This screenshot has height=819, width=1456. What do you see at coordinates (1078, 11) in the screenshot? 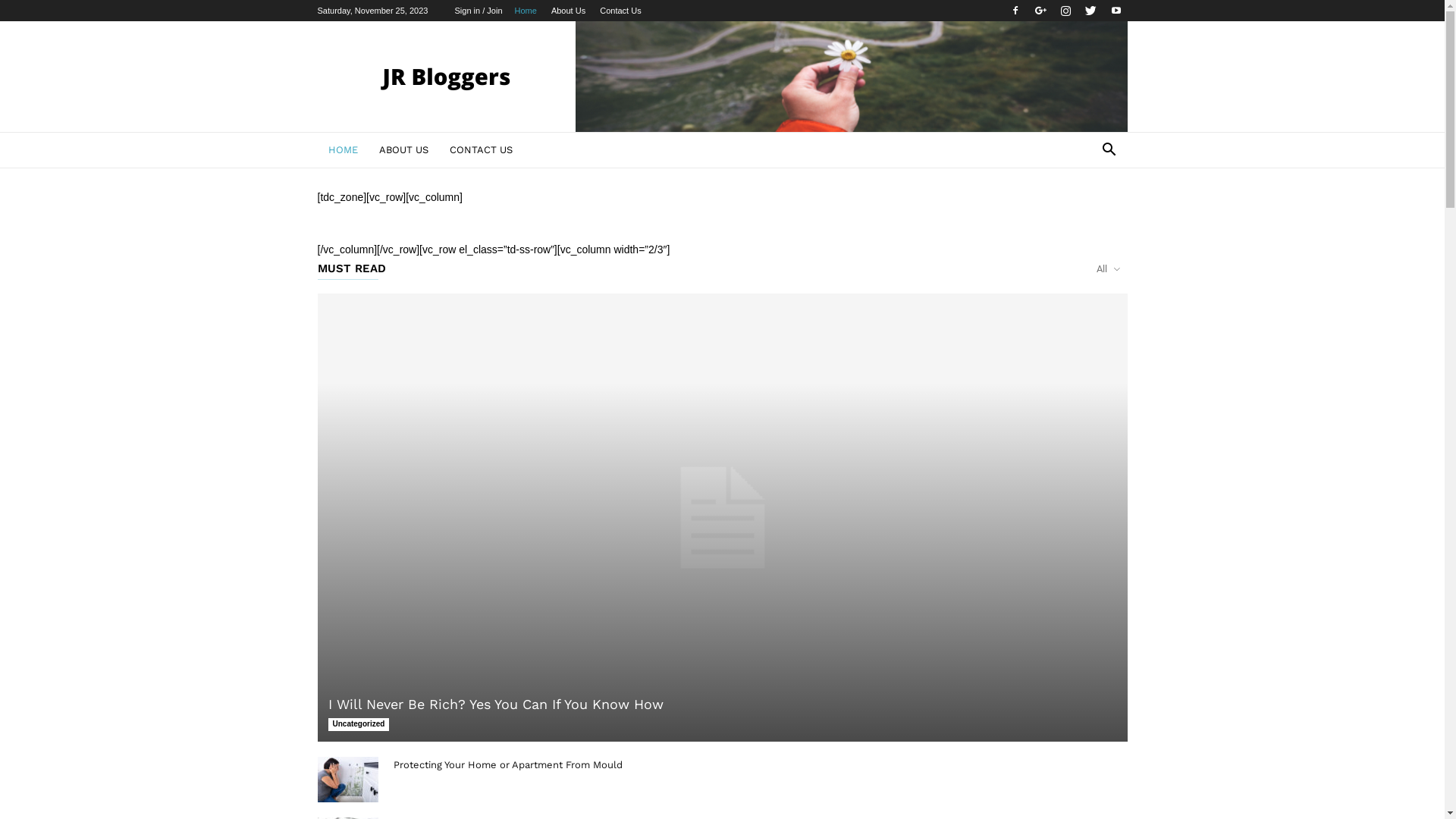
I see `'Twitter'` at bounding box center [1078, 11].